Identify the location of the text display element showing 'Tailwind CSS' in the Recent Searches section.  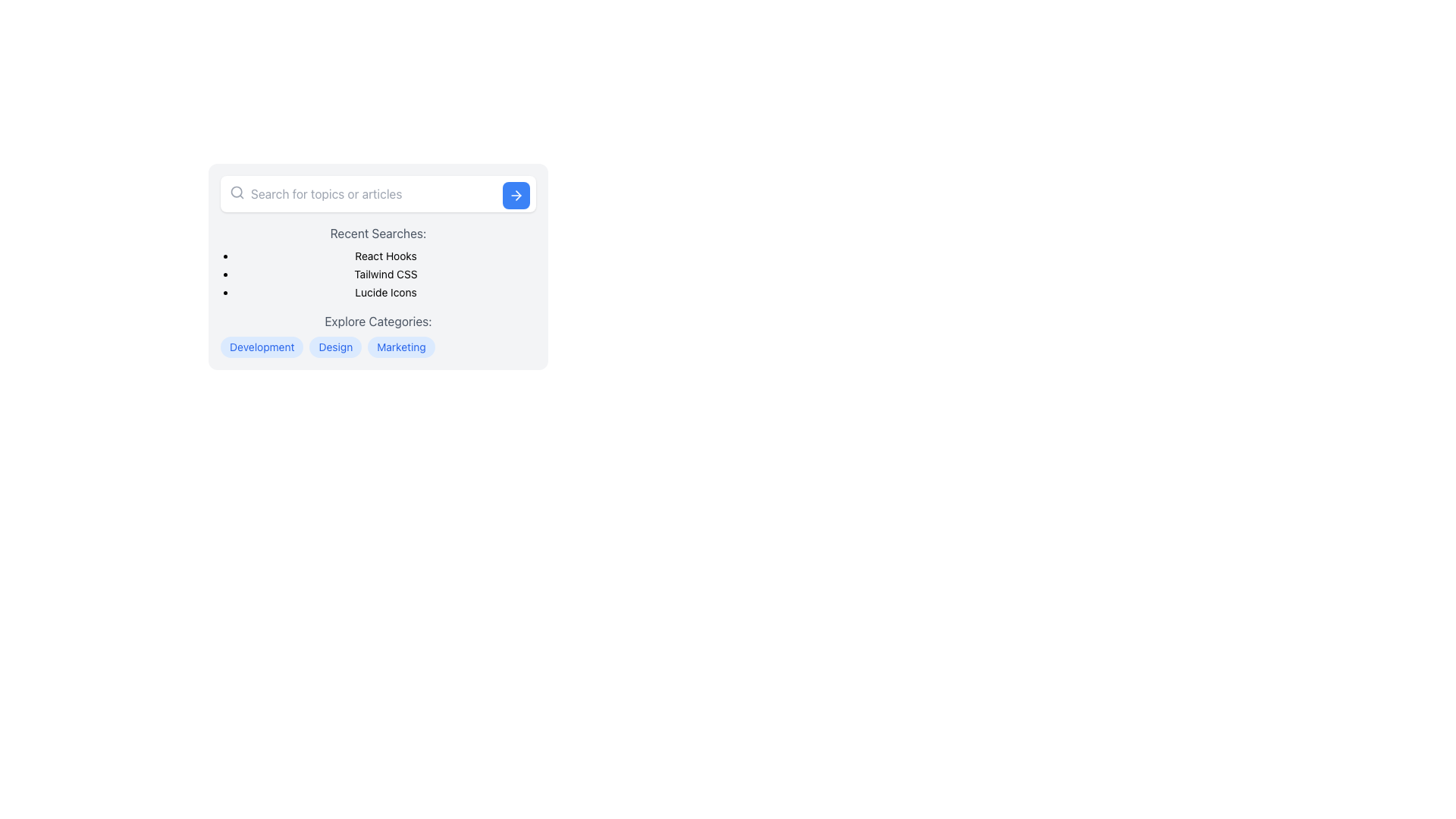
(385, 275).